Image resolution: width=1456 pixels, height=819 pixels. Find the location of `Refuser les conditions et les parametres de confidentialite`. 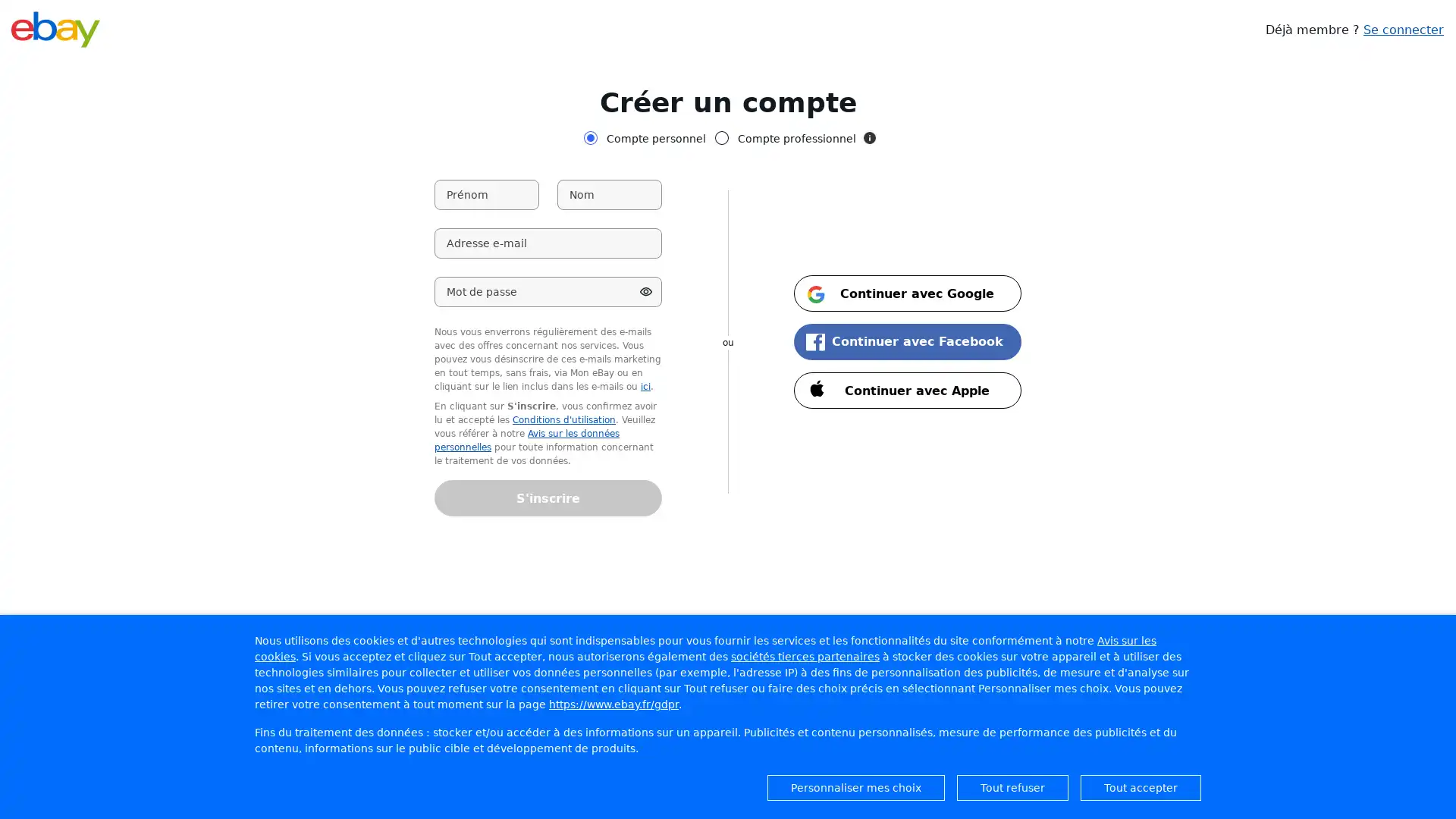

Refuser les conditions et les parametres de confidentialite is located at coordinates (1012, 786).